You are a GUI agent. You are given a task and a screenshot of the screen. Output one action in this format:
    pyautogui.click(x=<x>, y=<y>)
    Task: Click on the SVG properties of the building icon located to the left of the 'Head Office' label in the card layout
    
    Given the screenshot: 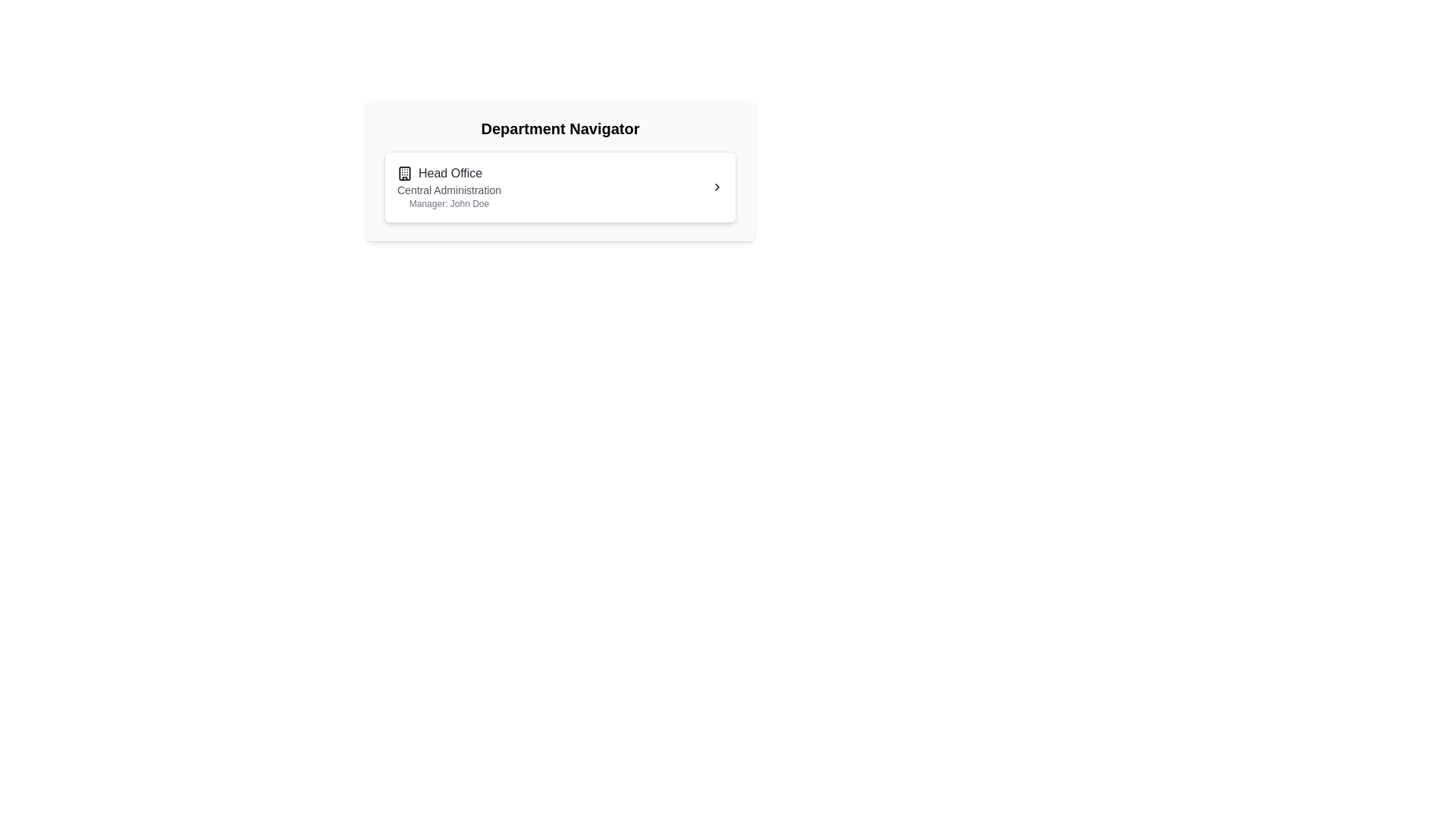 What is the action you would take?
    pyautogui.click(x=404, y=172)
    